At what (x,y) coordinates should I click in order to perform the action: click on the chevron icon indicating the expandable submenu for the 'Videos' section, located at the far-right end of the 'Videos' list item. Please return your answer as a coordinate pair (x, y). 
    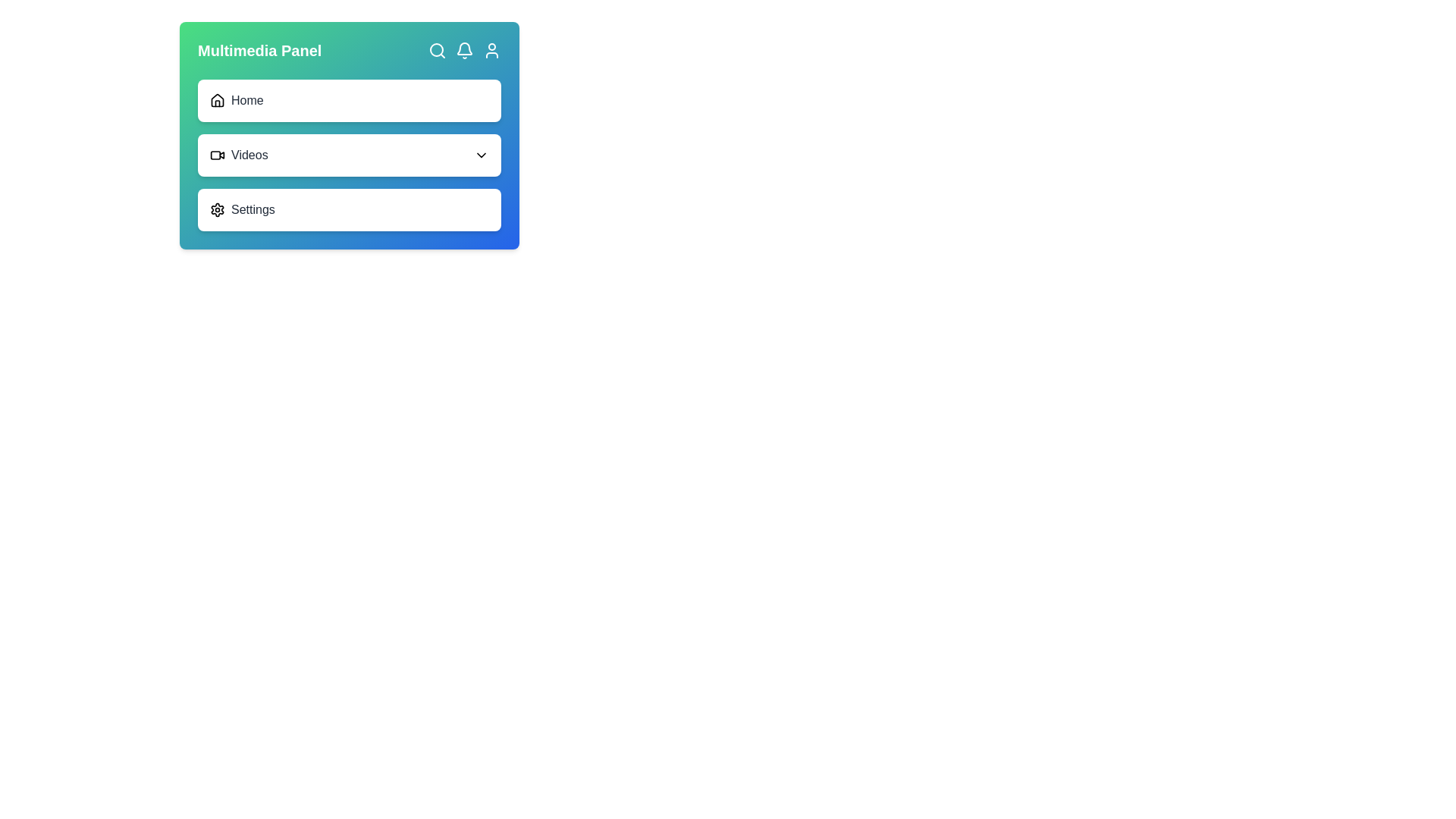
    Looking at the image, I should click on (480, 155).